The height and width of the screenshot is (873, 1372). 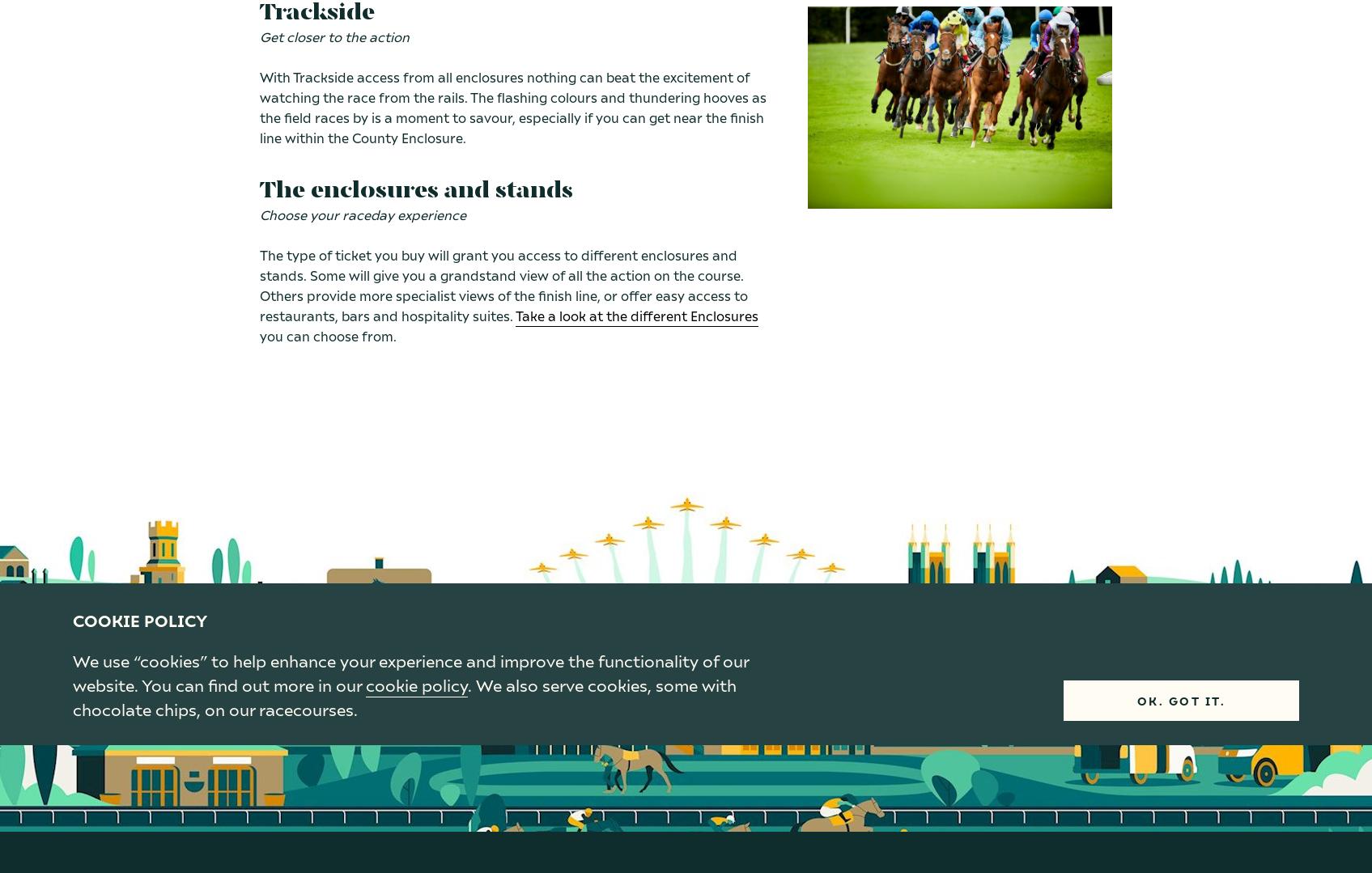 I want to click on 'Get closer to the action', so click(x=333, y=35).